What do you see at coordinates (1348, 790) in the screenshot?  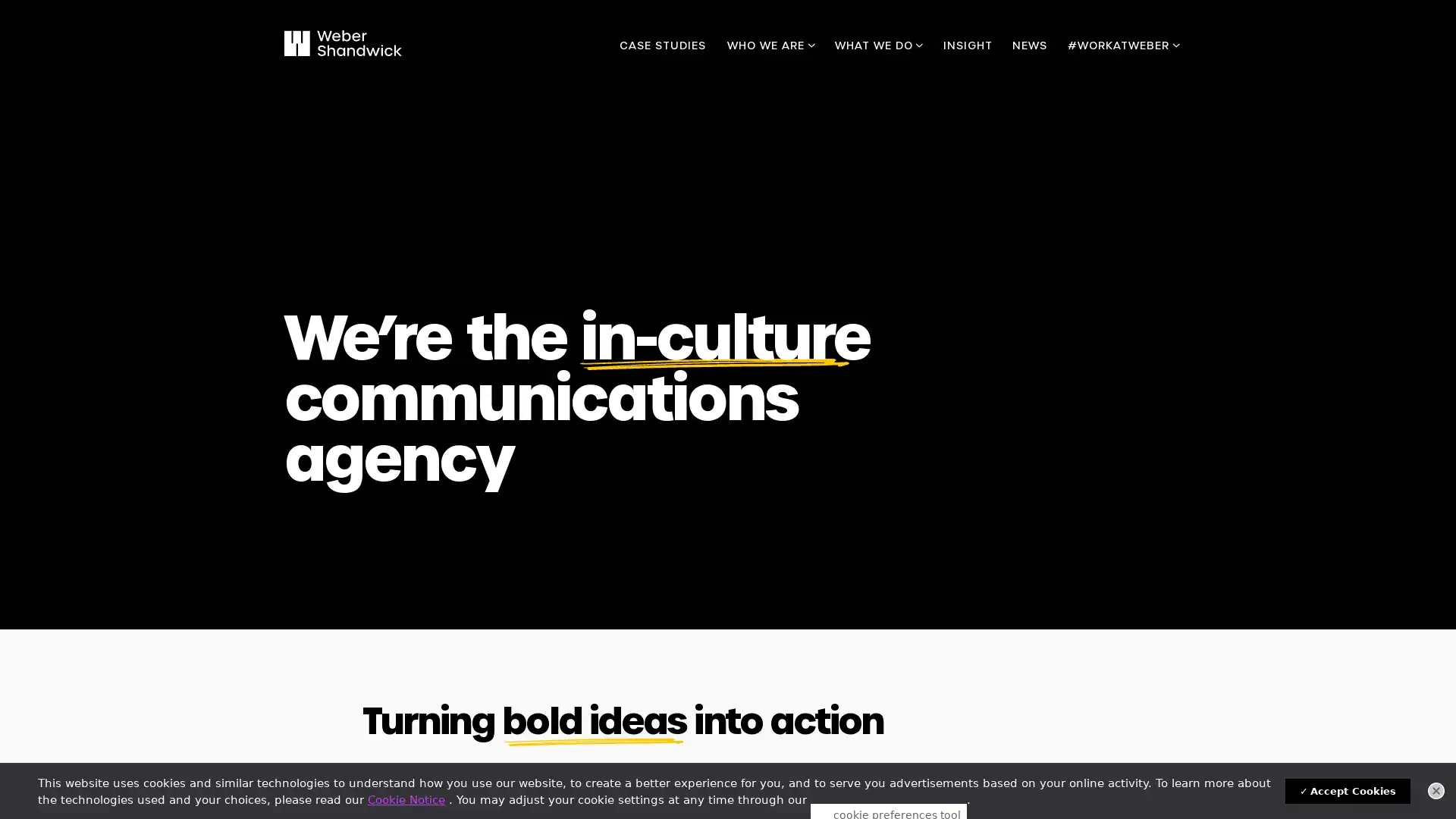 I see `Accept Cookies` at bounding box center [1348, 790].